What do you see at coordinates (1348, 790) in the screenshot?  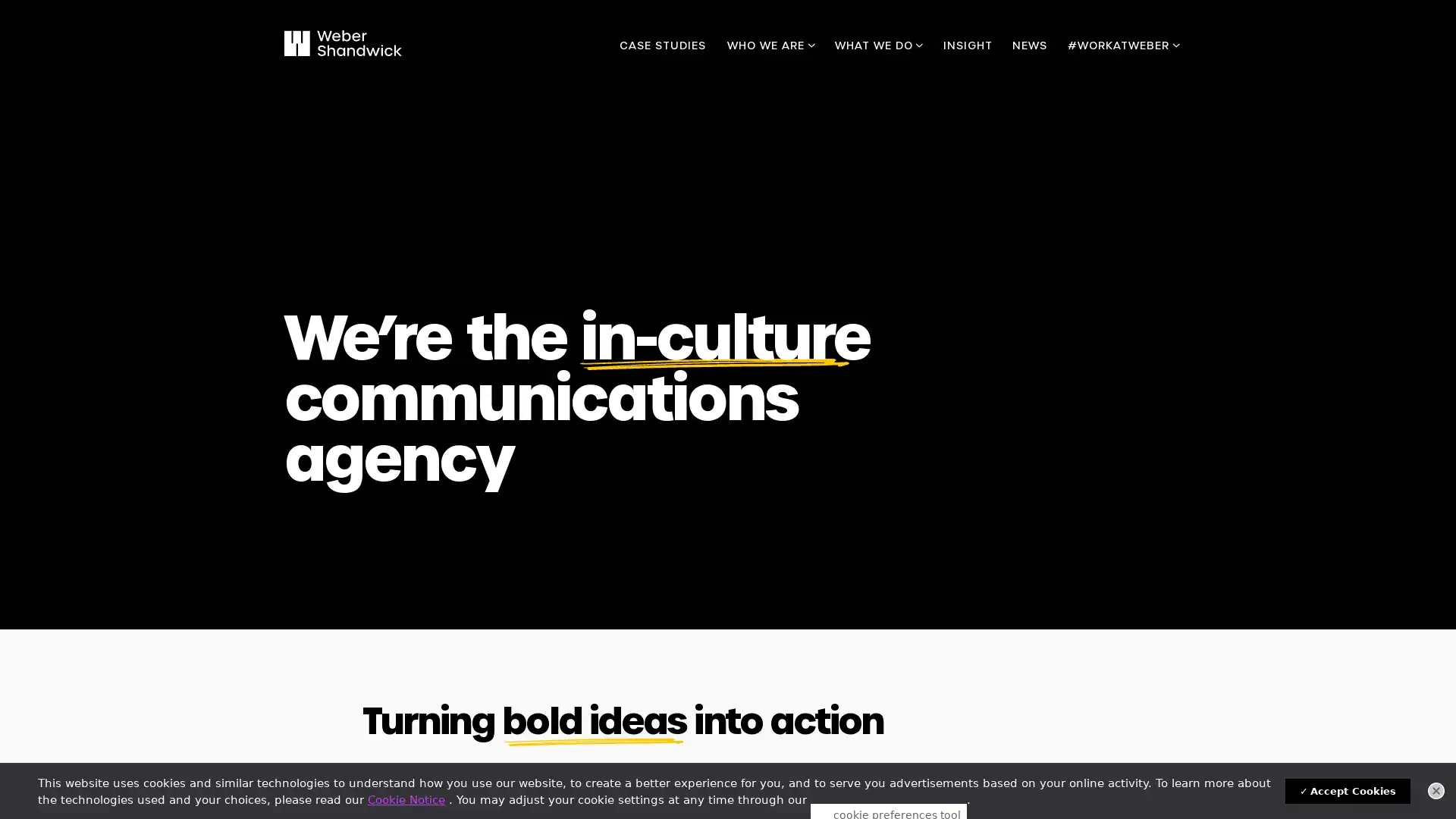 I see `Accept Cookies` at bounding box center [1348, 790].